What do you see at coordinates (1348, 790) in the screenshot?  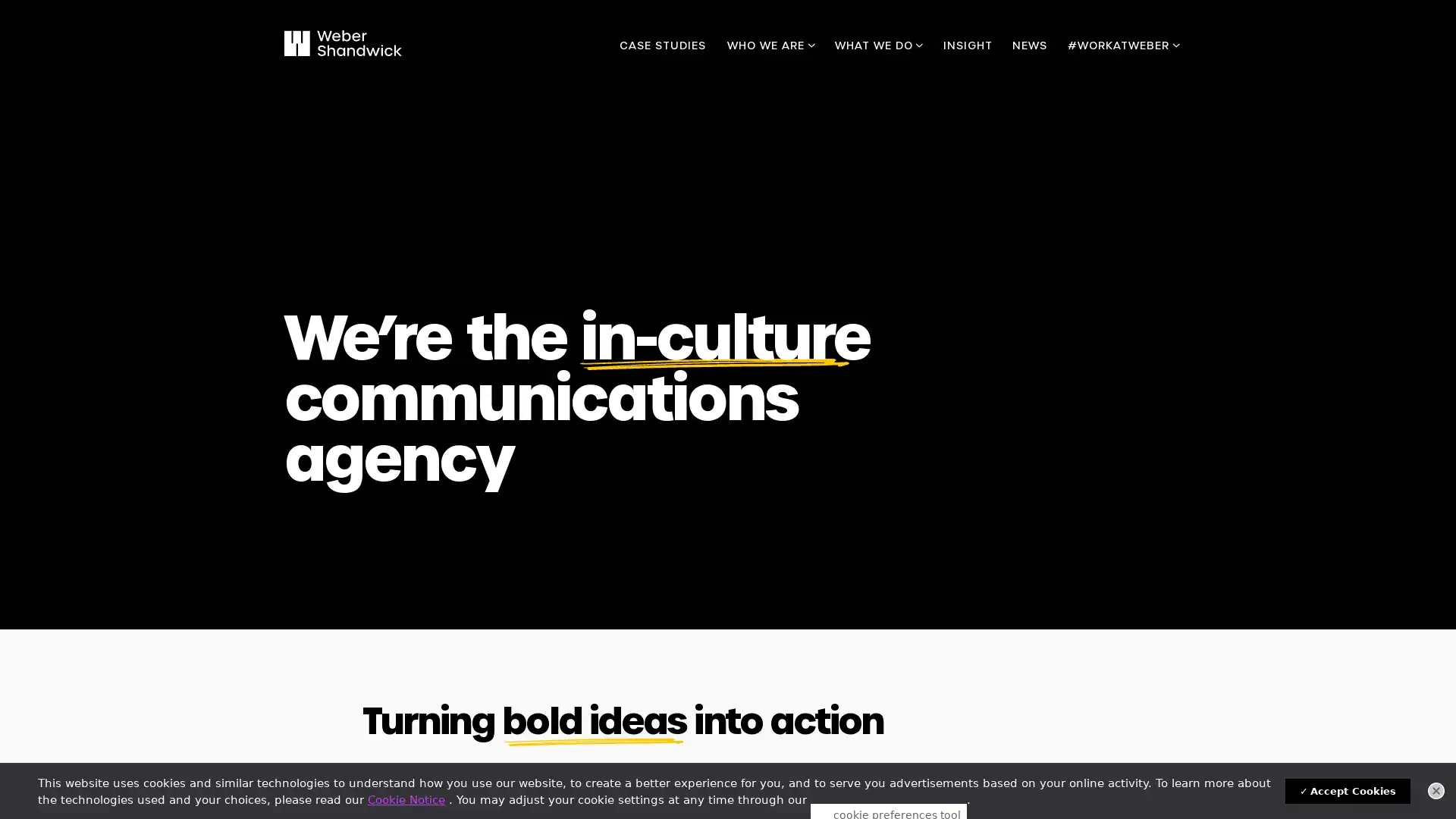 I see `Accept Cookies` at bounding box center [1348, 790].